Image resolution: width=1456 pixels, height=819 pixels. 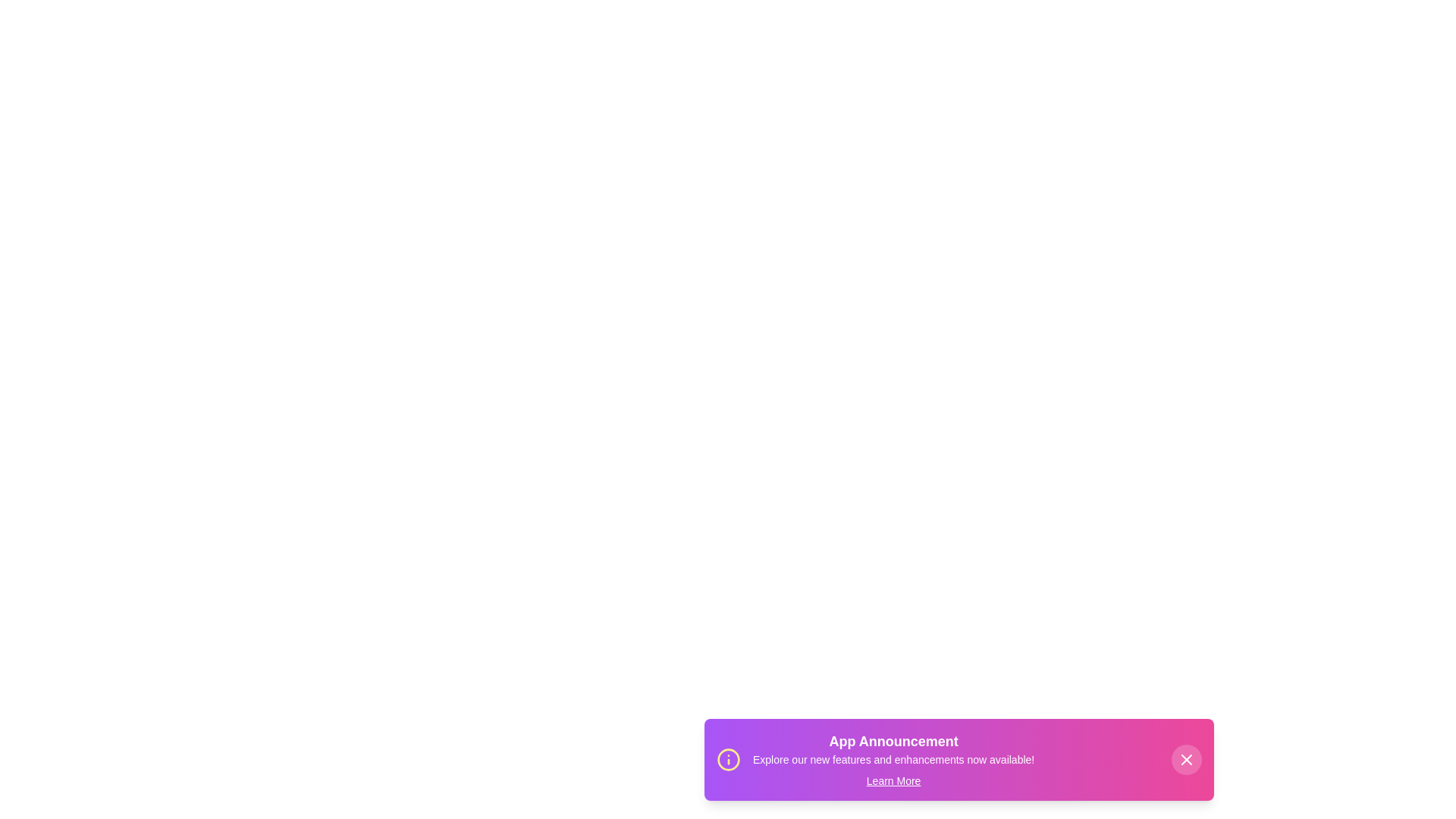 I want to click on the close button to dismiss the snackbar, so click(x=1185, y=760).